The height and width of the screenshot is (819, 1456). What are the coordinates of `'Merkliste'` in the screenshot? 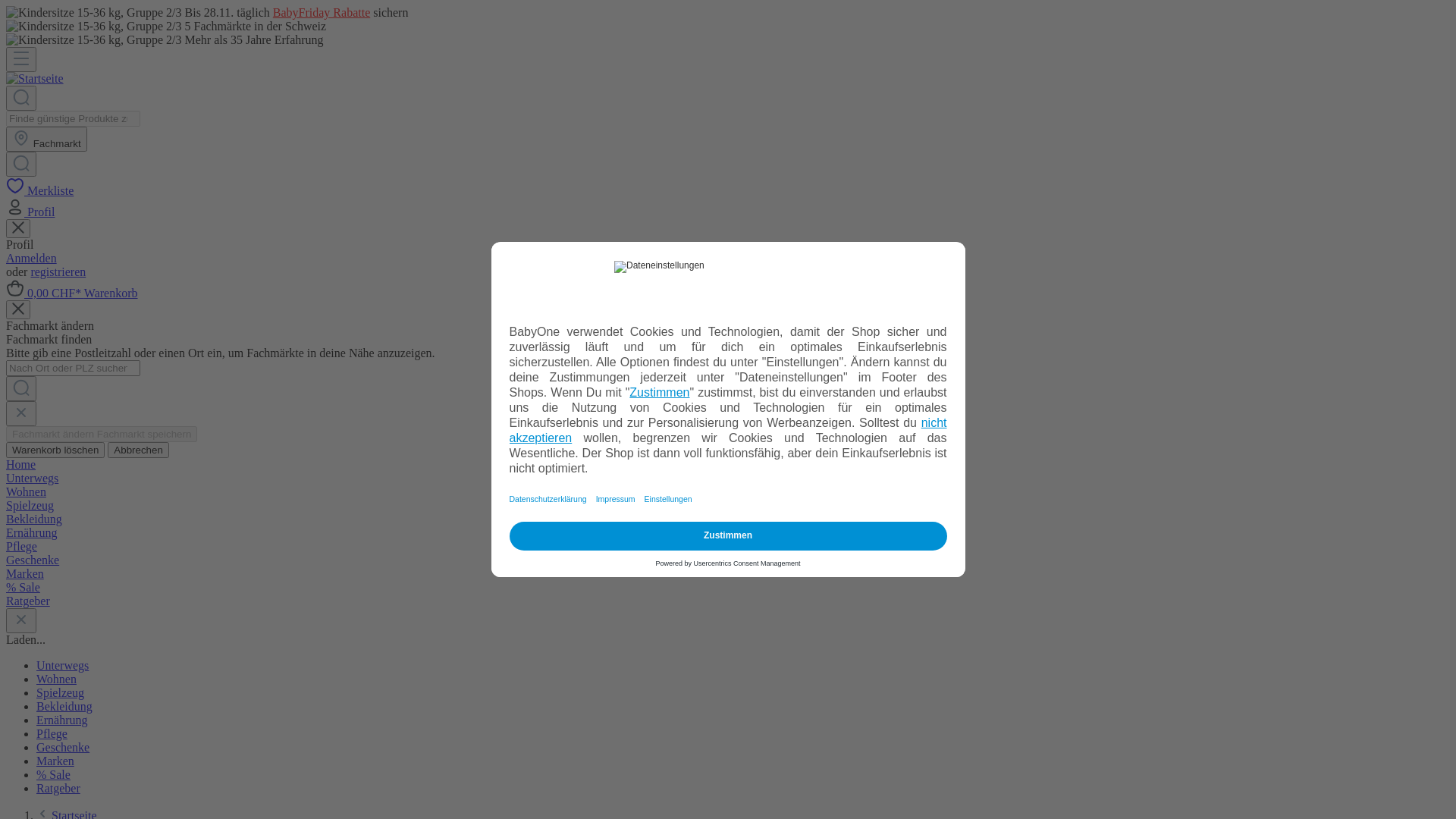 It's located at (39, 190).